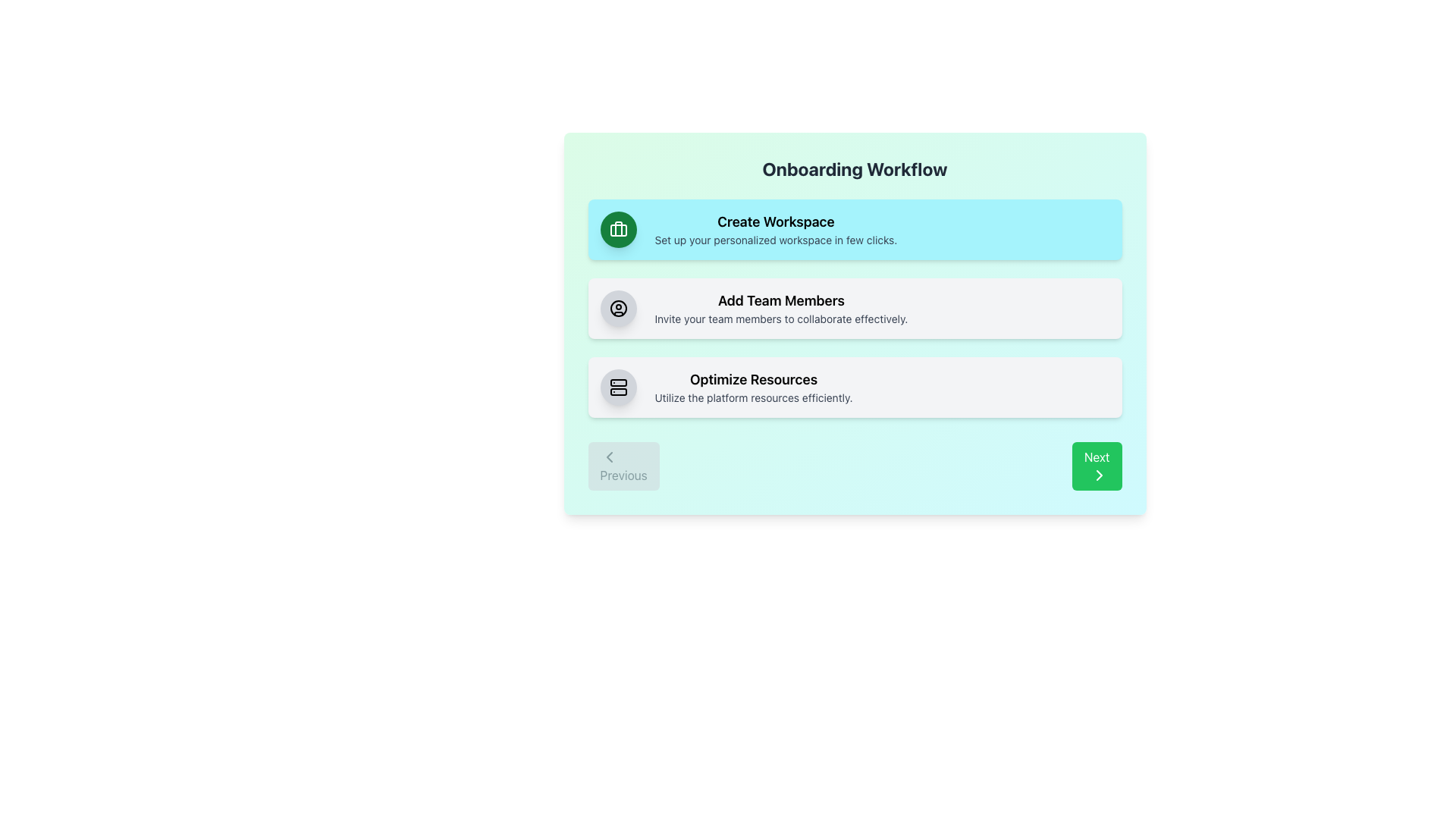  I want to click on the text label displaying 'Add Team Members' which is styled as a bold heading within a lighter background panel, so click(781, 301).